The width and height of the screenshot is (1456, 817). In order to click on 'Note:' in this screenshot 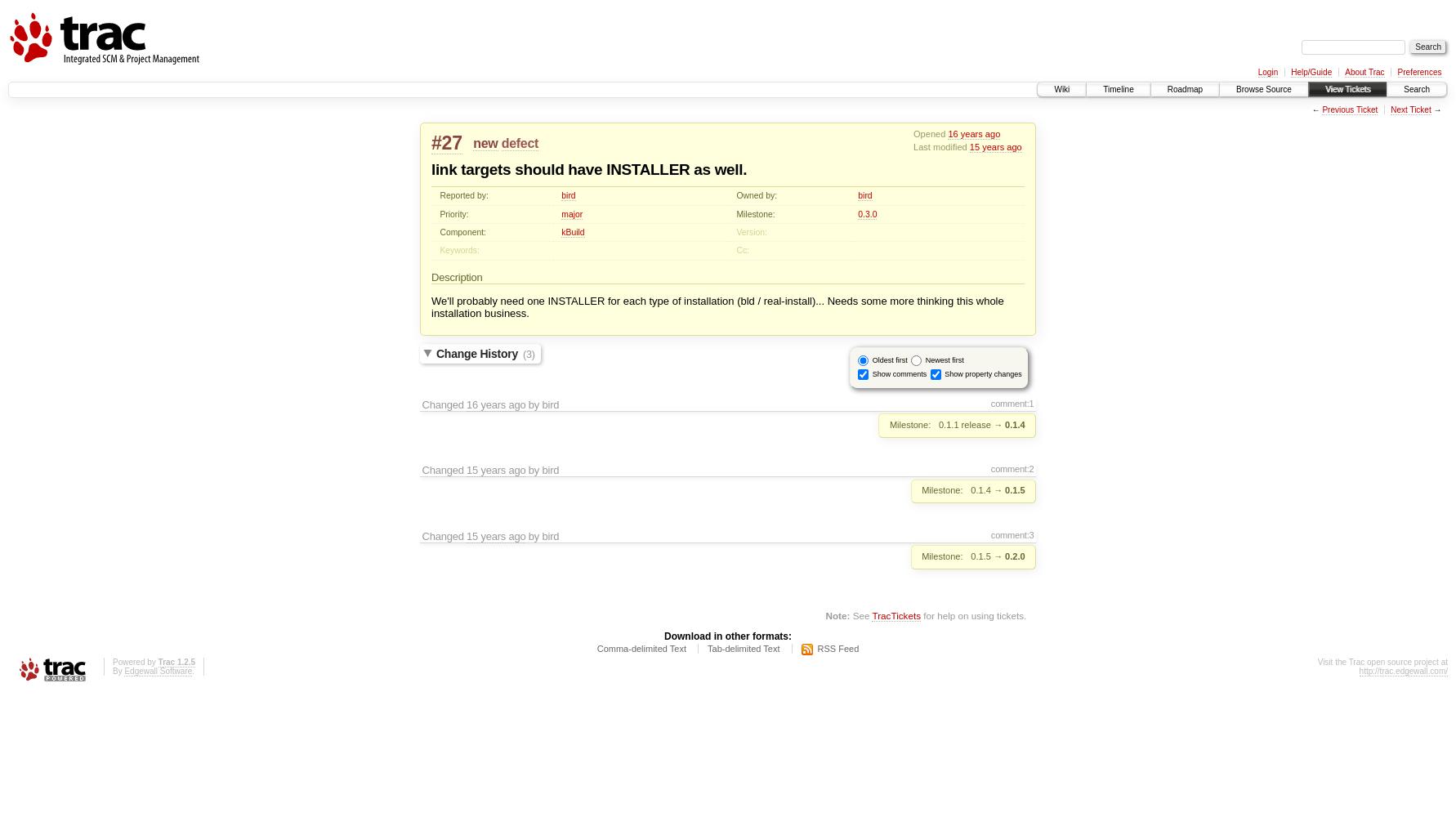, I will do `click(837, 615)`.